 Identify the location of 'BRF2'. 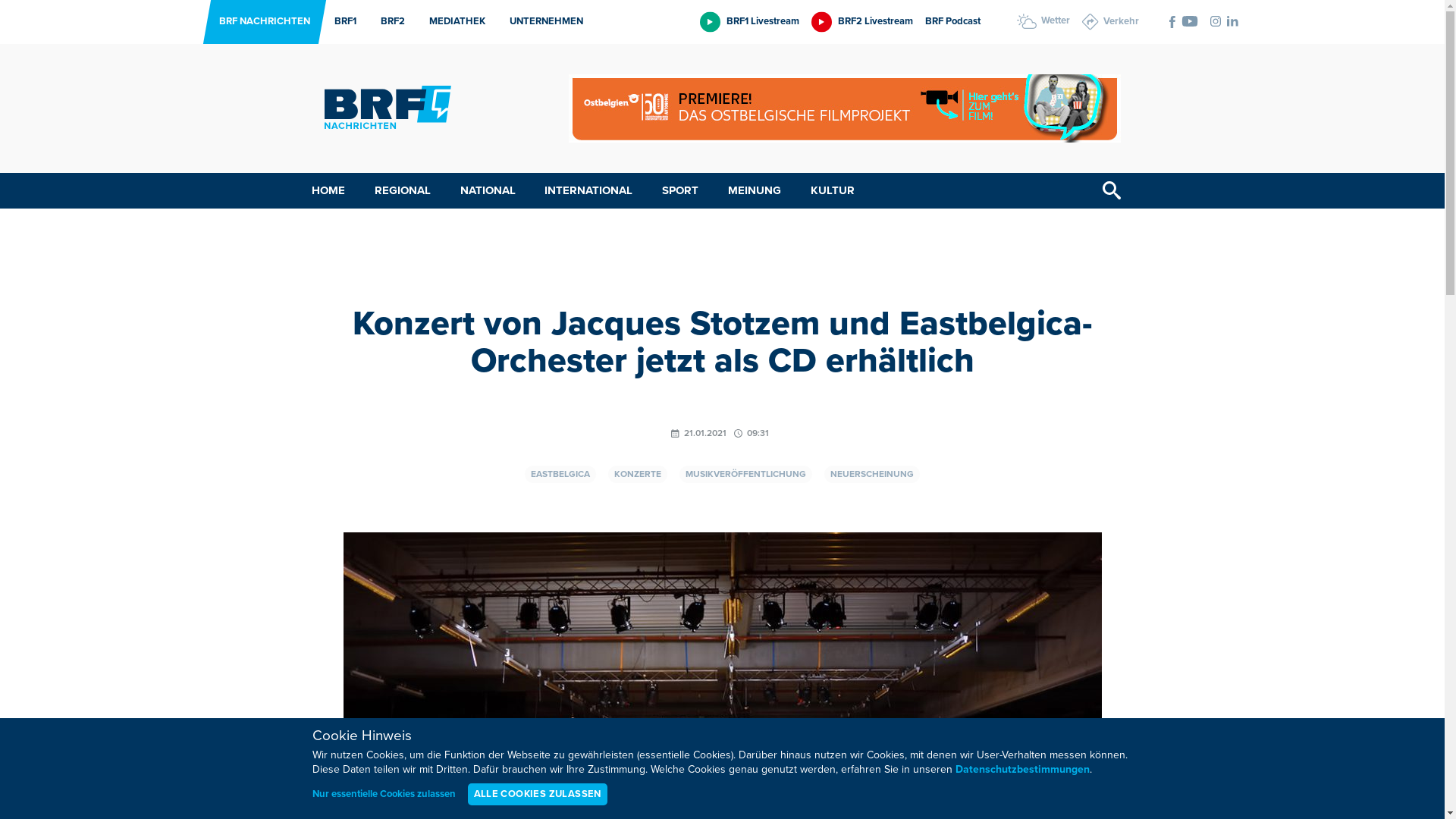
(364, 22).